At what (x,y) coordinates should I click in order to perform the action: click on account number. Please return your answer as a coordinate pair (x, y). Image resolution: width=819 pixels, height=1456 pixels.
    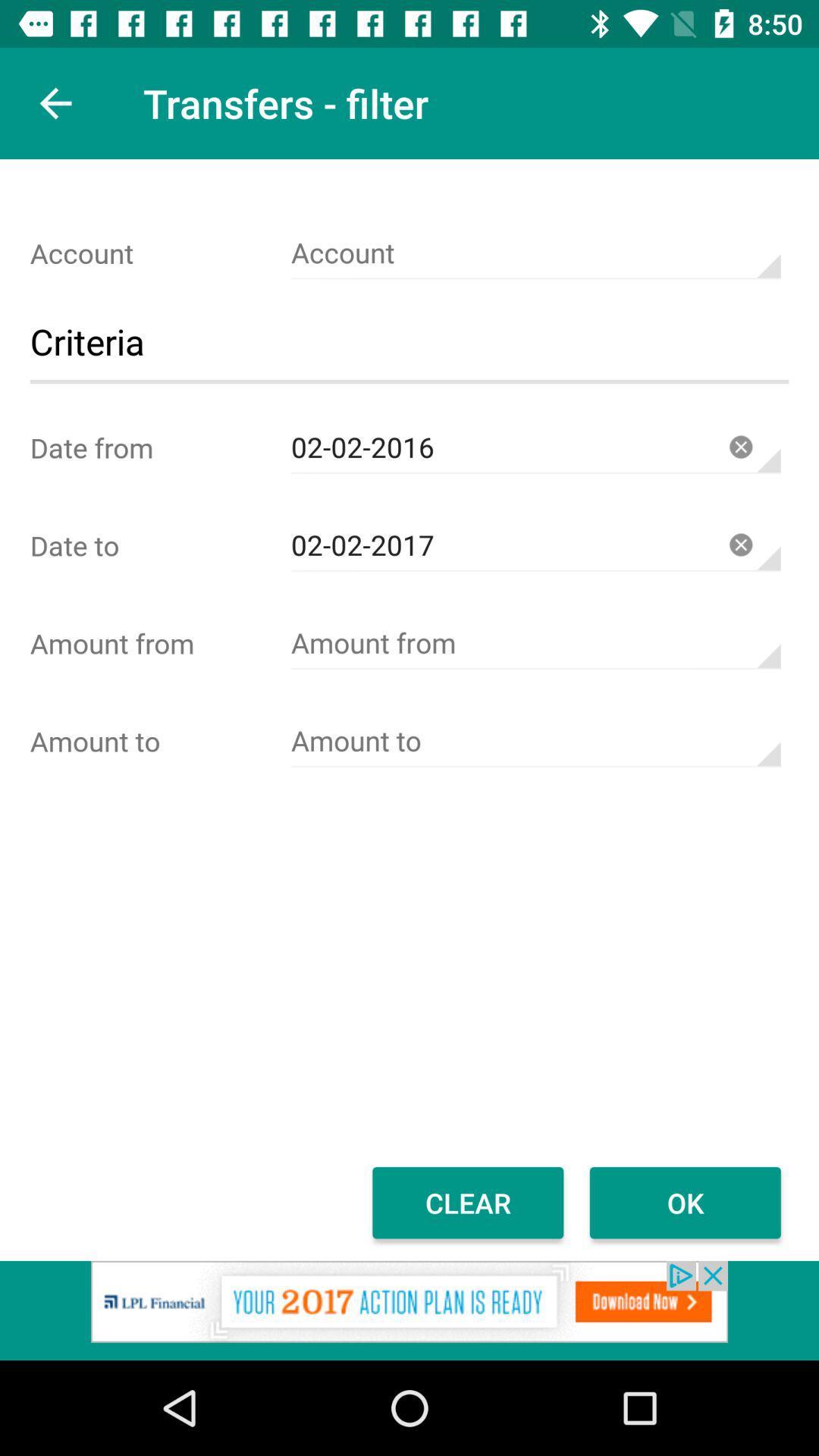
    Looking at the image, I should click on (535, 253).